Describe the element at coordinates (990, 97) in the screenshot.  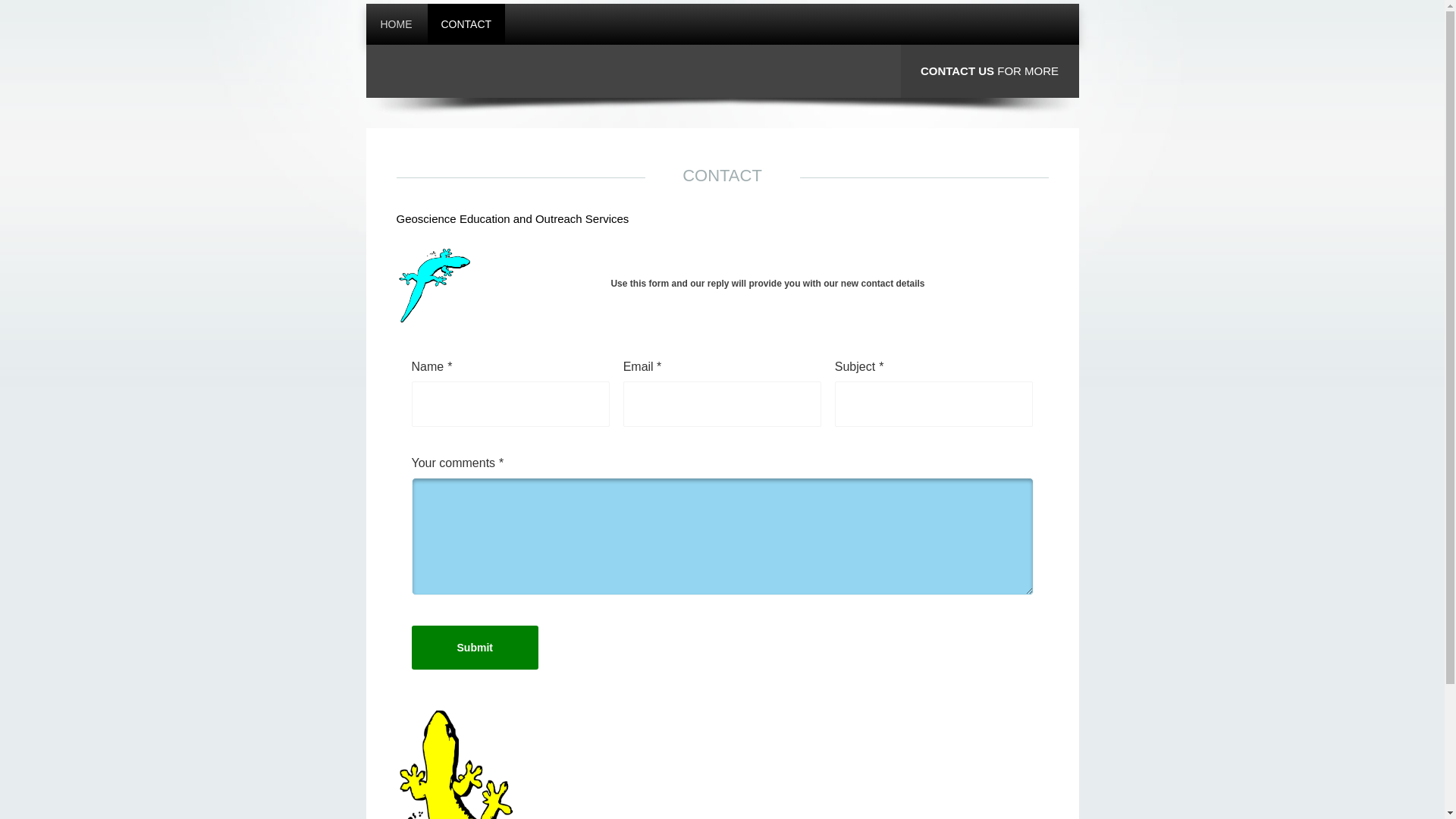
I see `'CONTACT US FOR MORE INFO'` at that location.